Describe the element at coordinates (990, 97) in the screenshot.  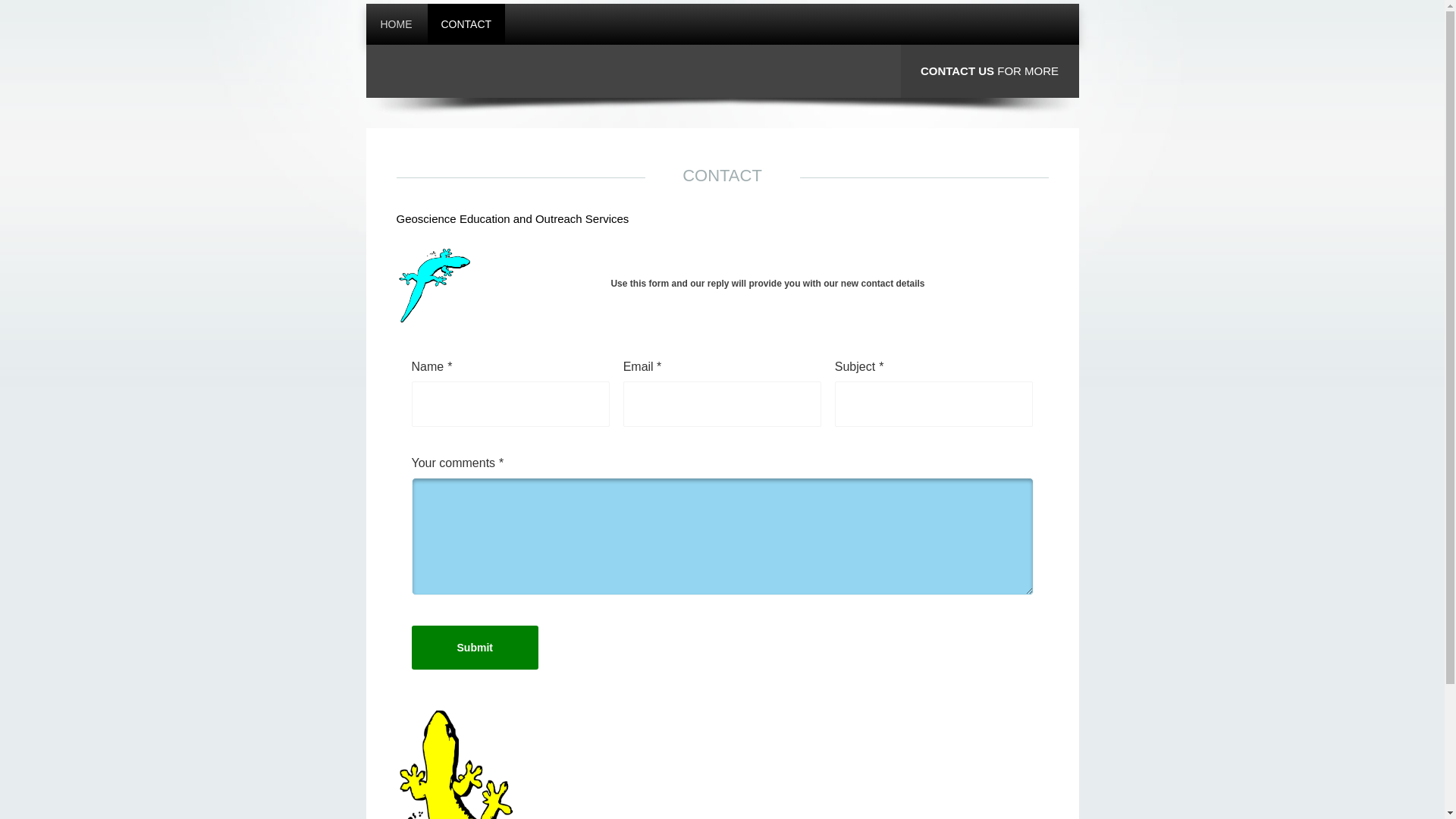
I see `'CONTACT US FOR MORE INFO'` at that location.